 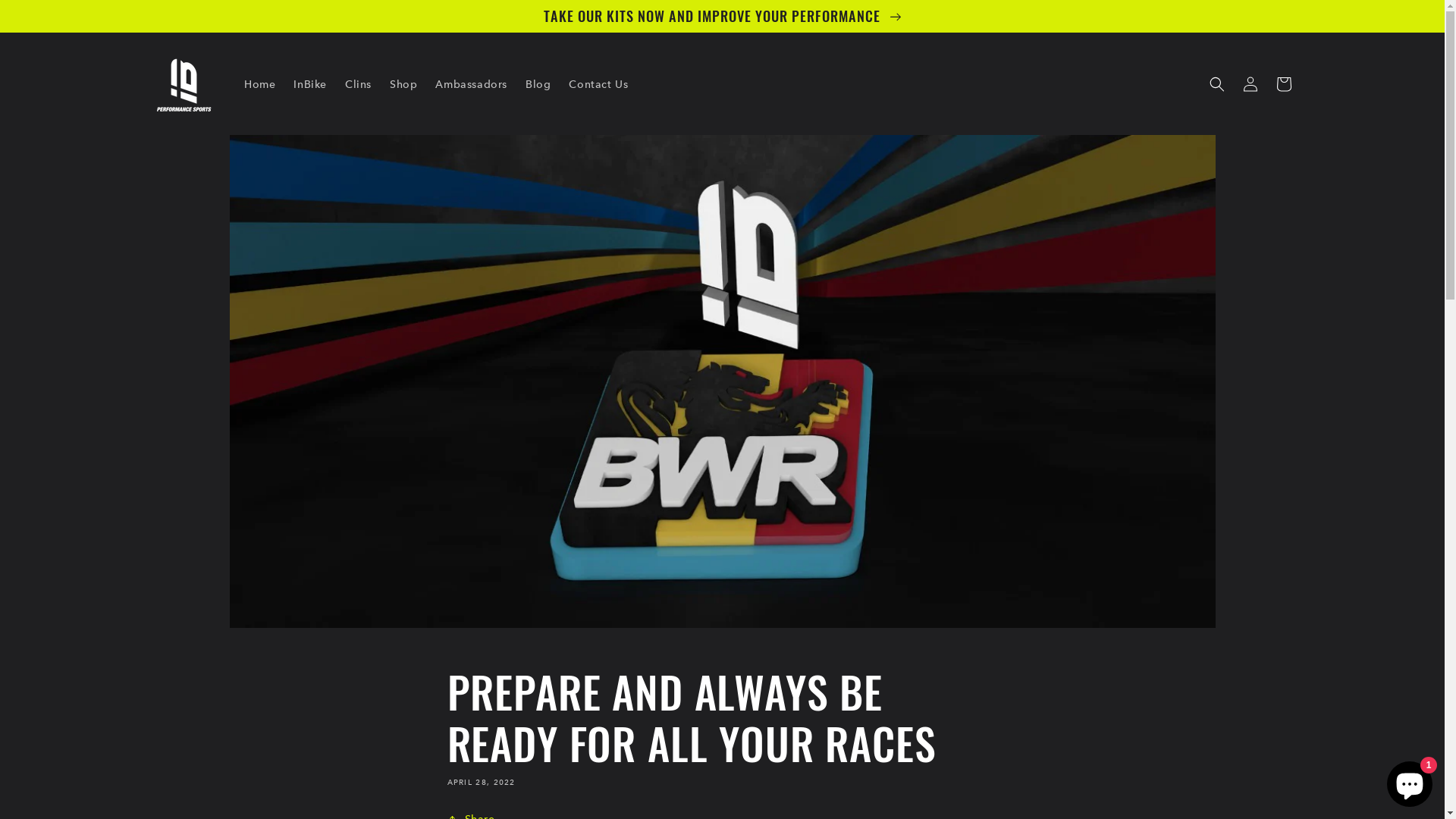 What do you see at coordinates (538, 84) in the screenshot?
I see `'Blog'` at bounding box center [538, 84].